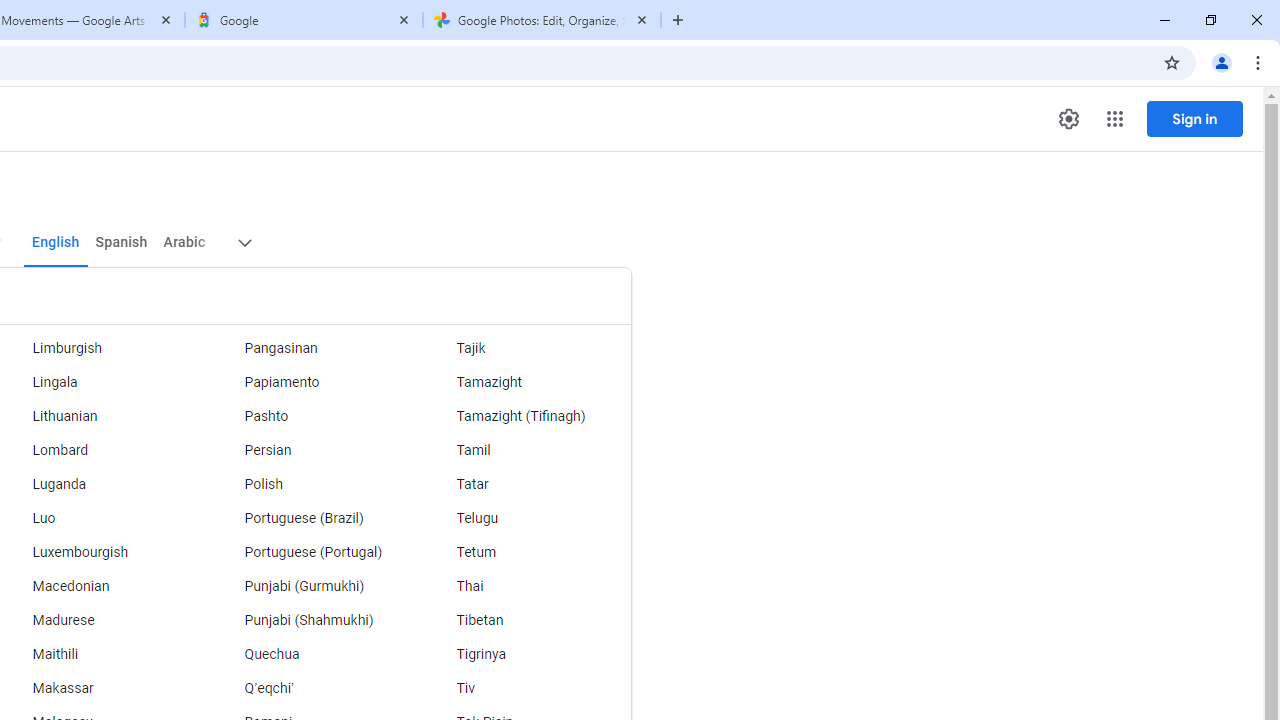 This screenshot has height=720, width=1280. I want to click on 'Thai', so click(525, 586).